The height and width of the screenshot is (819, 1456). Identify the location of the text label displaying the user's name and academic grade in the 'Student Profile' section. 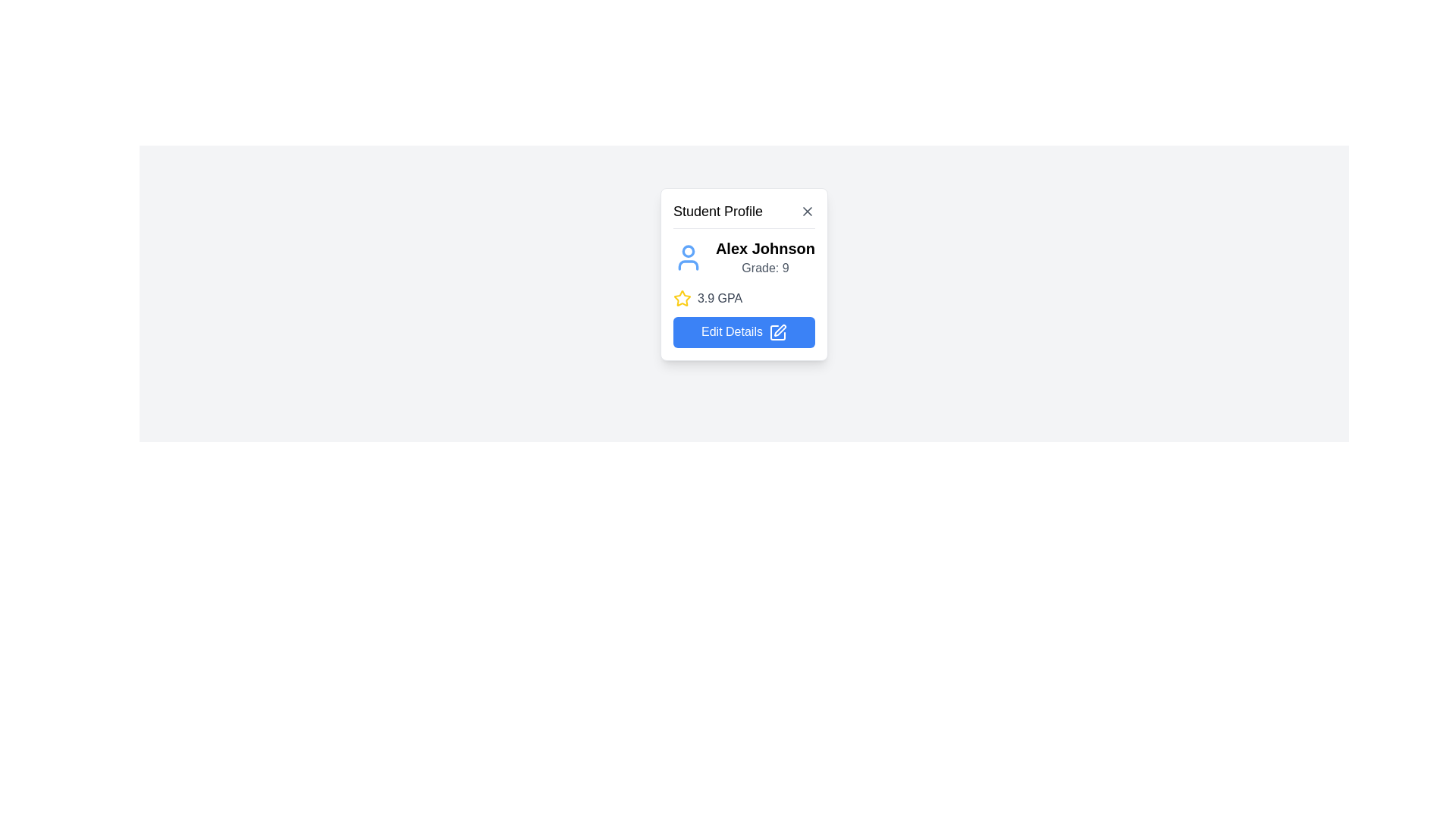
(744, 256).